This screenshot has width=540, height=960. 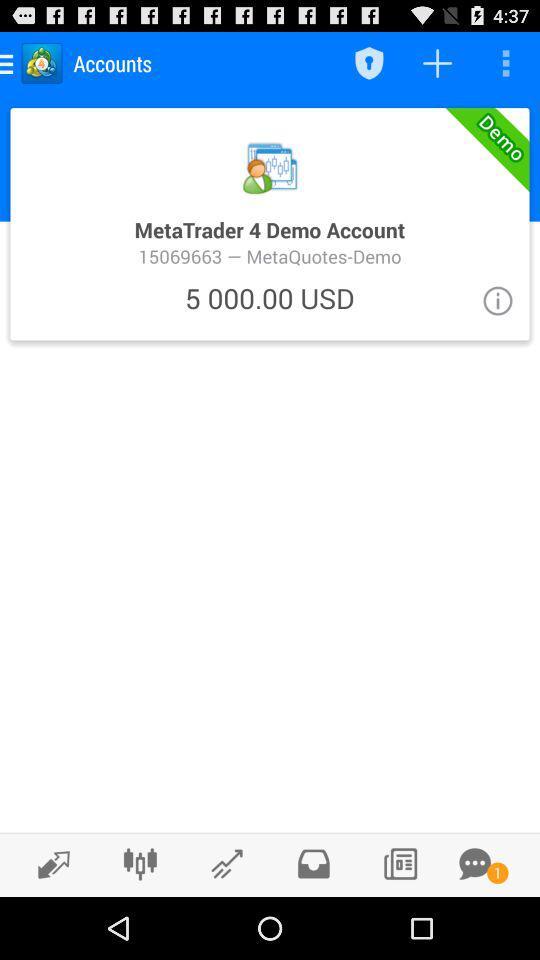 What do you see at coordinates (48, 863) in the screenshot?
I see `exchange funds` at bounding box center [48, 863].